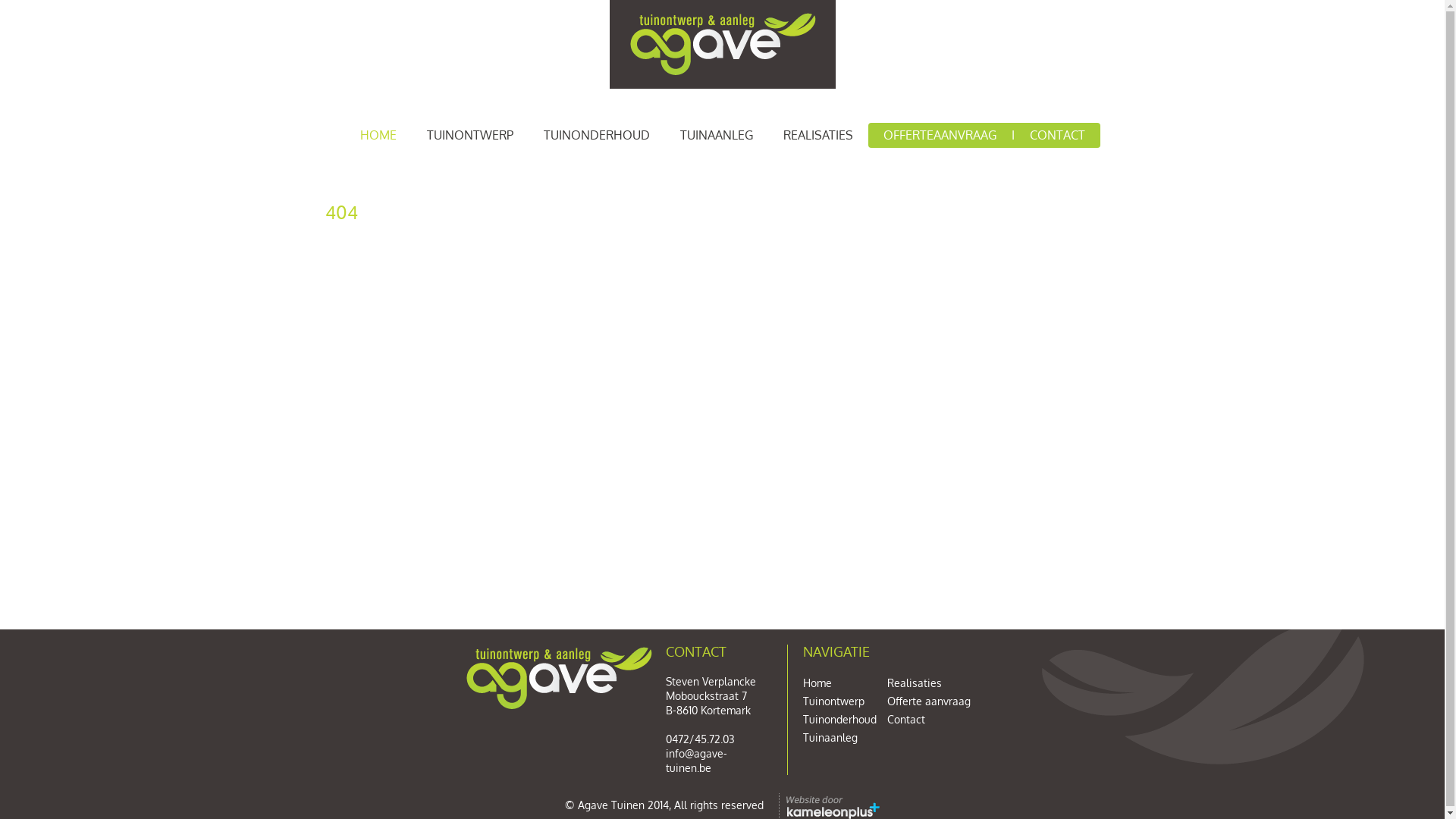 The width and height of the screenshot is (1456, 819). What do you see at coordinates (906, 718) in the screenshot?
I see `'Contact'` at bounding box center [906, 718].